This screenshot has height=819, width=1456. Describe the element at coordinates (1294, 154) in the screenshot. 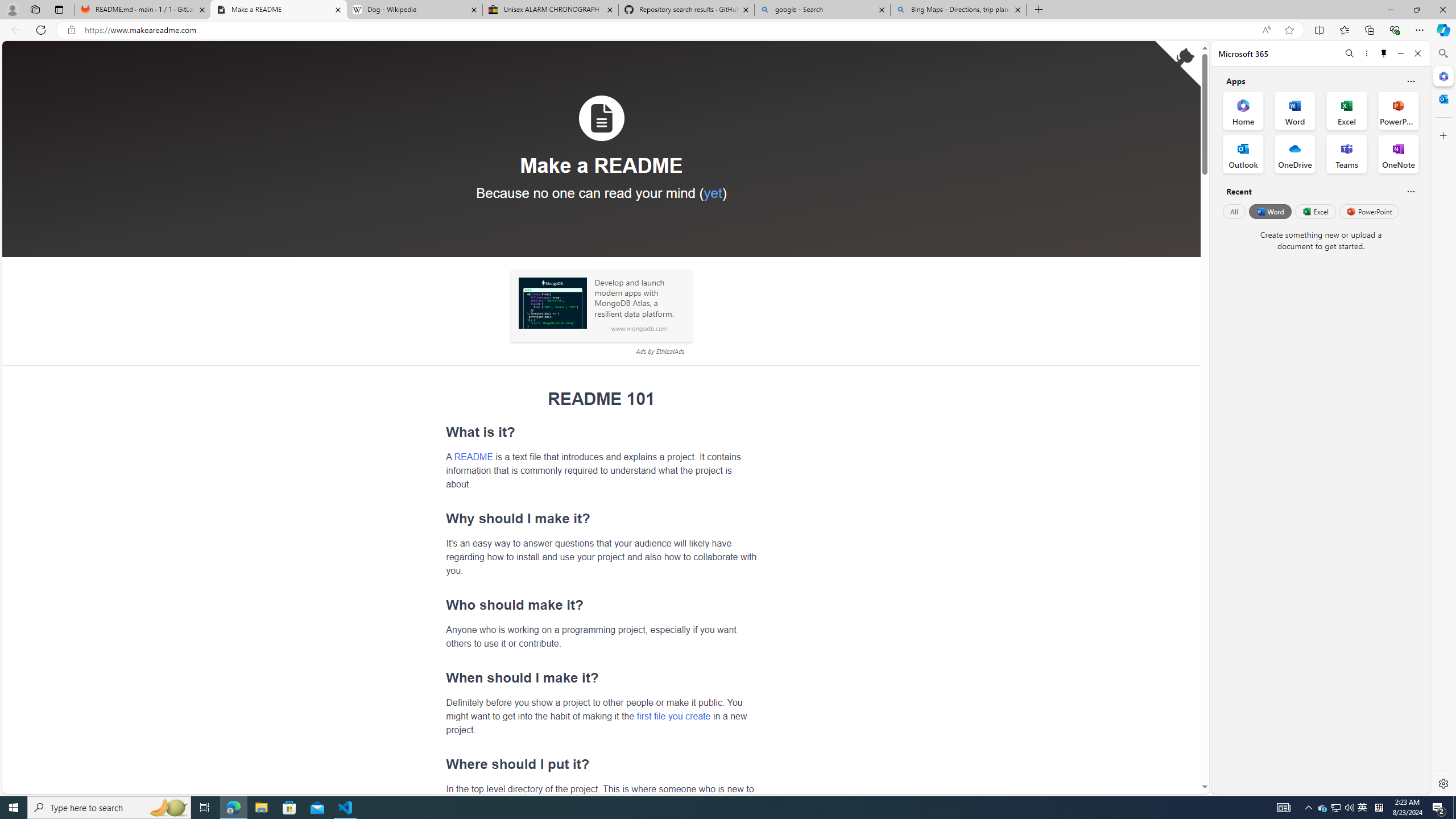

I see `'OneDrive Office App'` at that location.